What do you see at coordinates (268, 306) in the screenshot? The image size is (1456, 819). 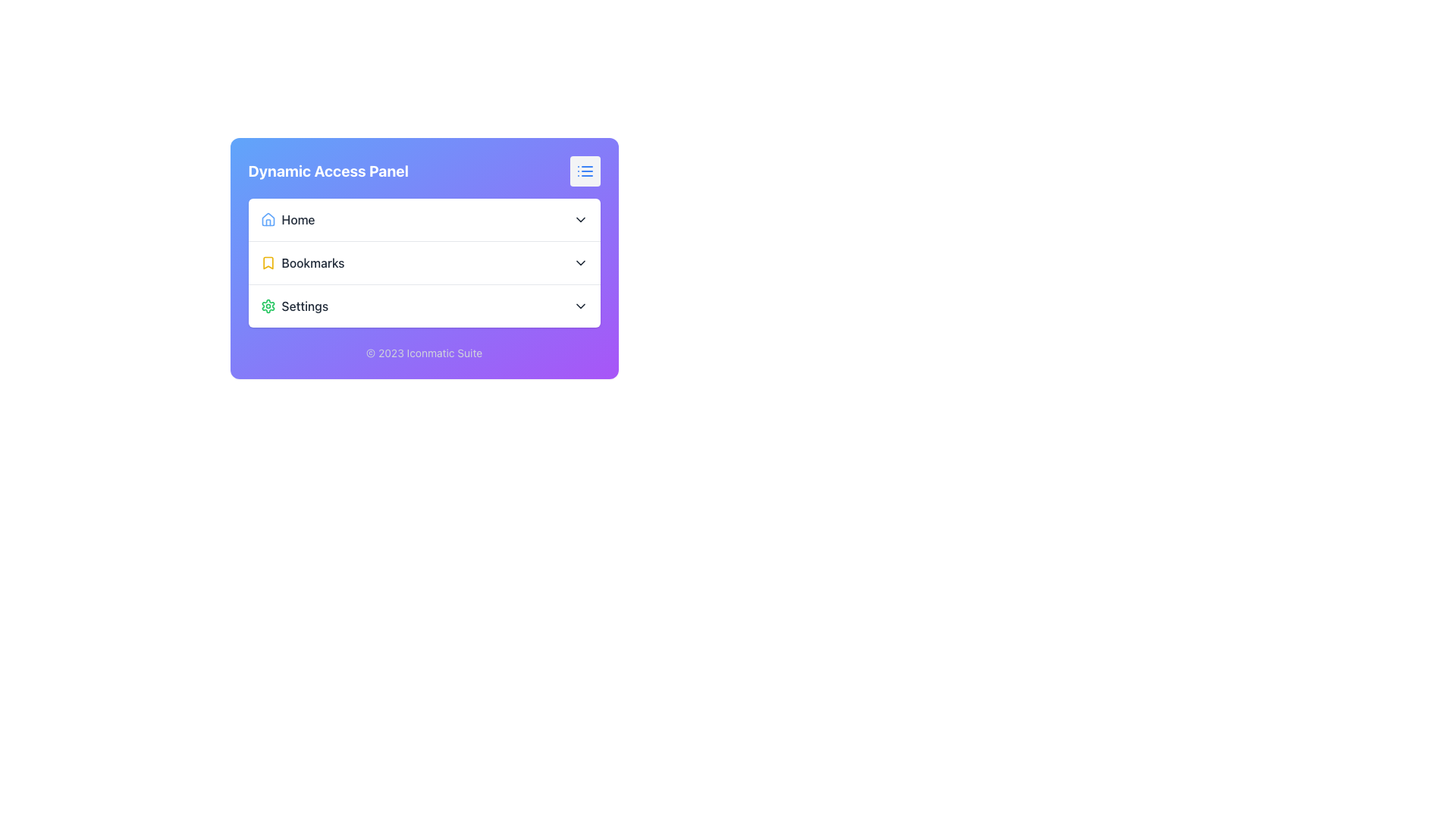 I see `the visual indicator icon located to the left of the 'Settings' text in the menu options to associate it with the 'Settings' text` at bounding box center [268, 306].